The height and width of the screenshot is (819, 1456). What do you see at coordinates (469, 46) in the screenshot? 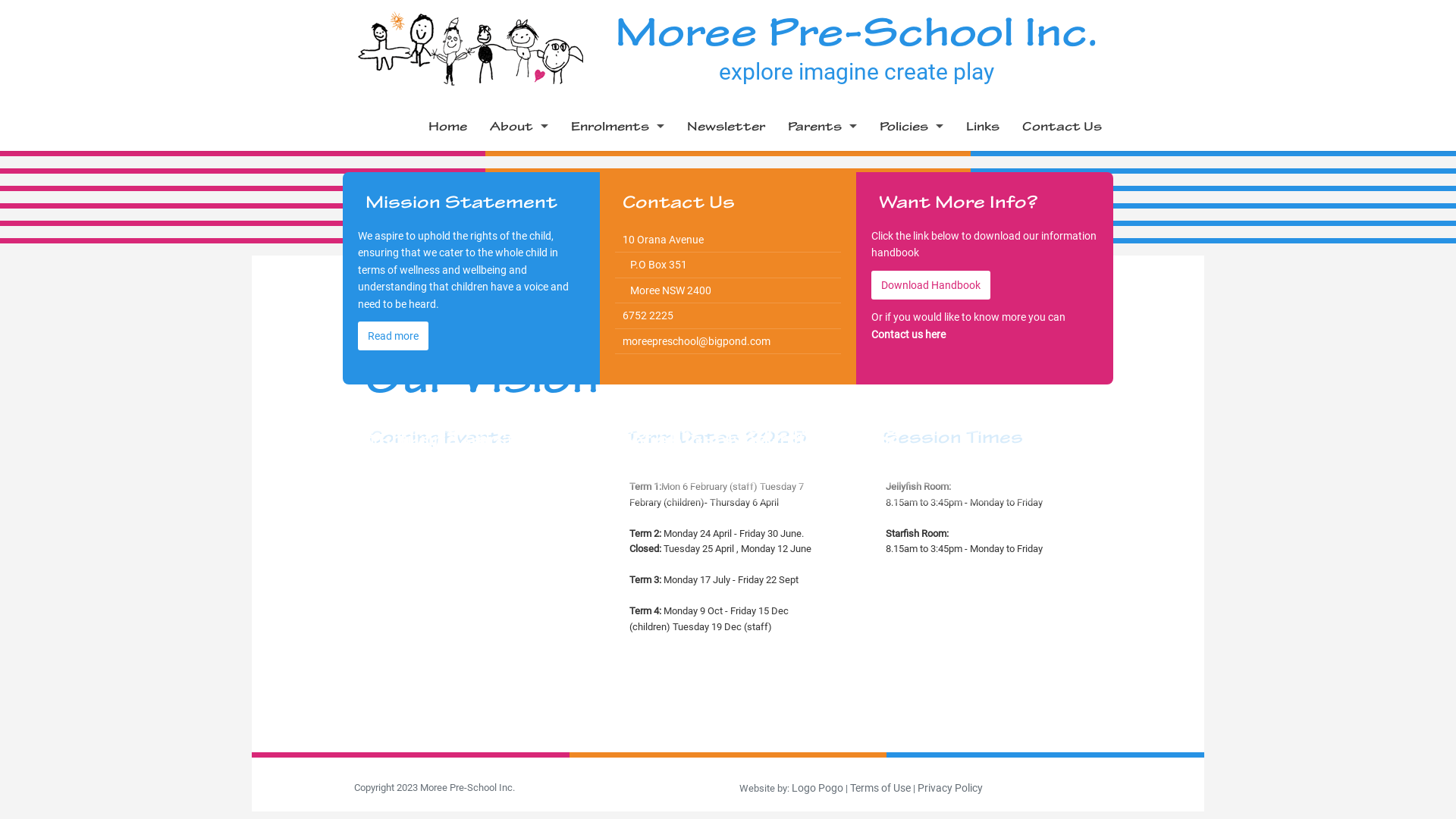
I see `'Moree Preschool'` at bounding box center [469, 46].